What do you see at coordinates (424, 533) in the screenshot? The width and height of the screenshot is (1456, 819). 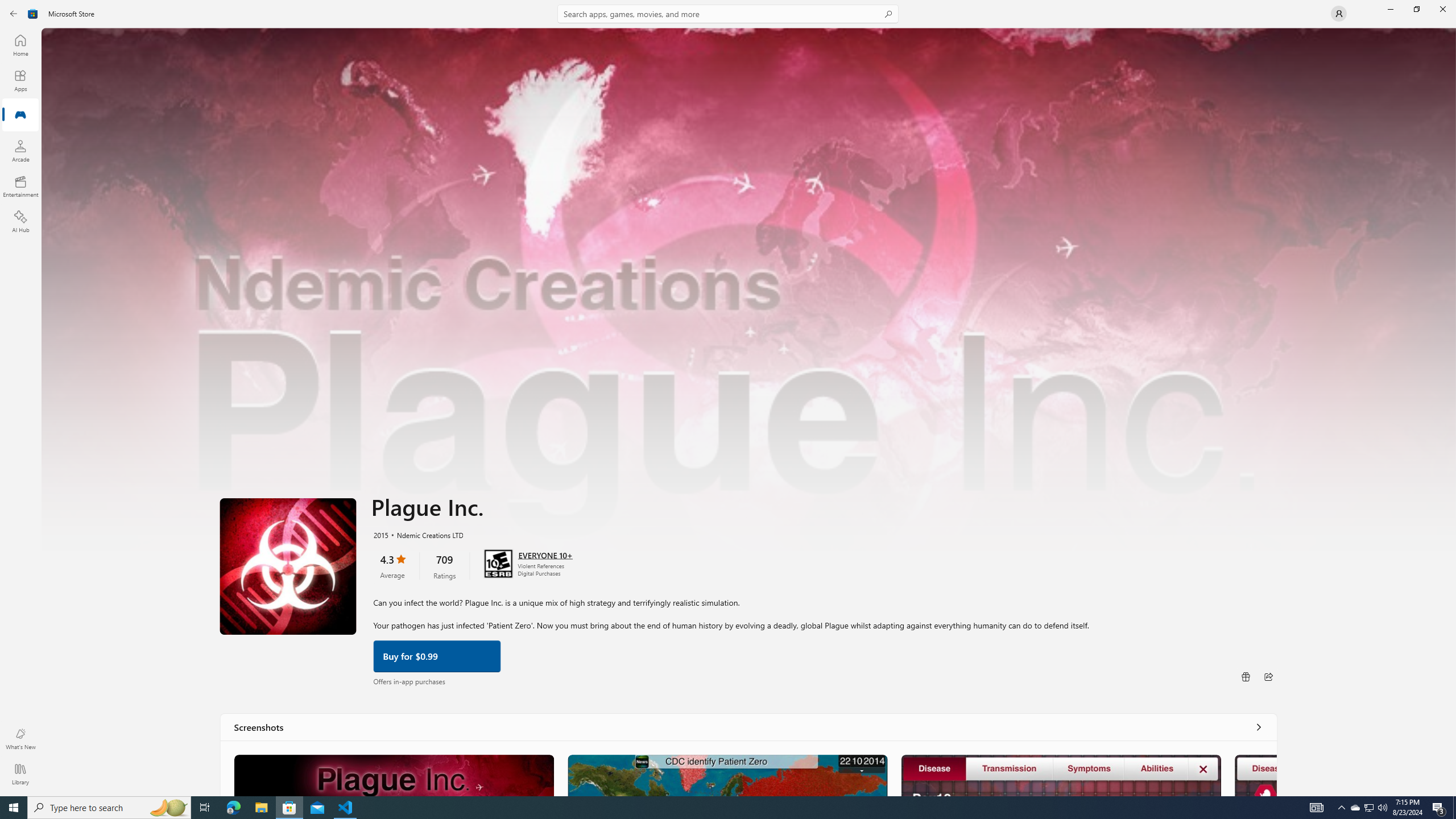 I see `'Ndemic Creations LTD'` at bounding box center [424, 533].